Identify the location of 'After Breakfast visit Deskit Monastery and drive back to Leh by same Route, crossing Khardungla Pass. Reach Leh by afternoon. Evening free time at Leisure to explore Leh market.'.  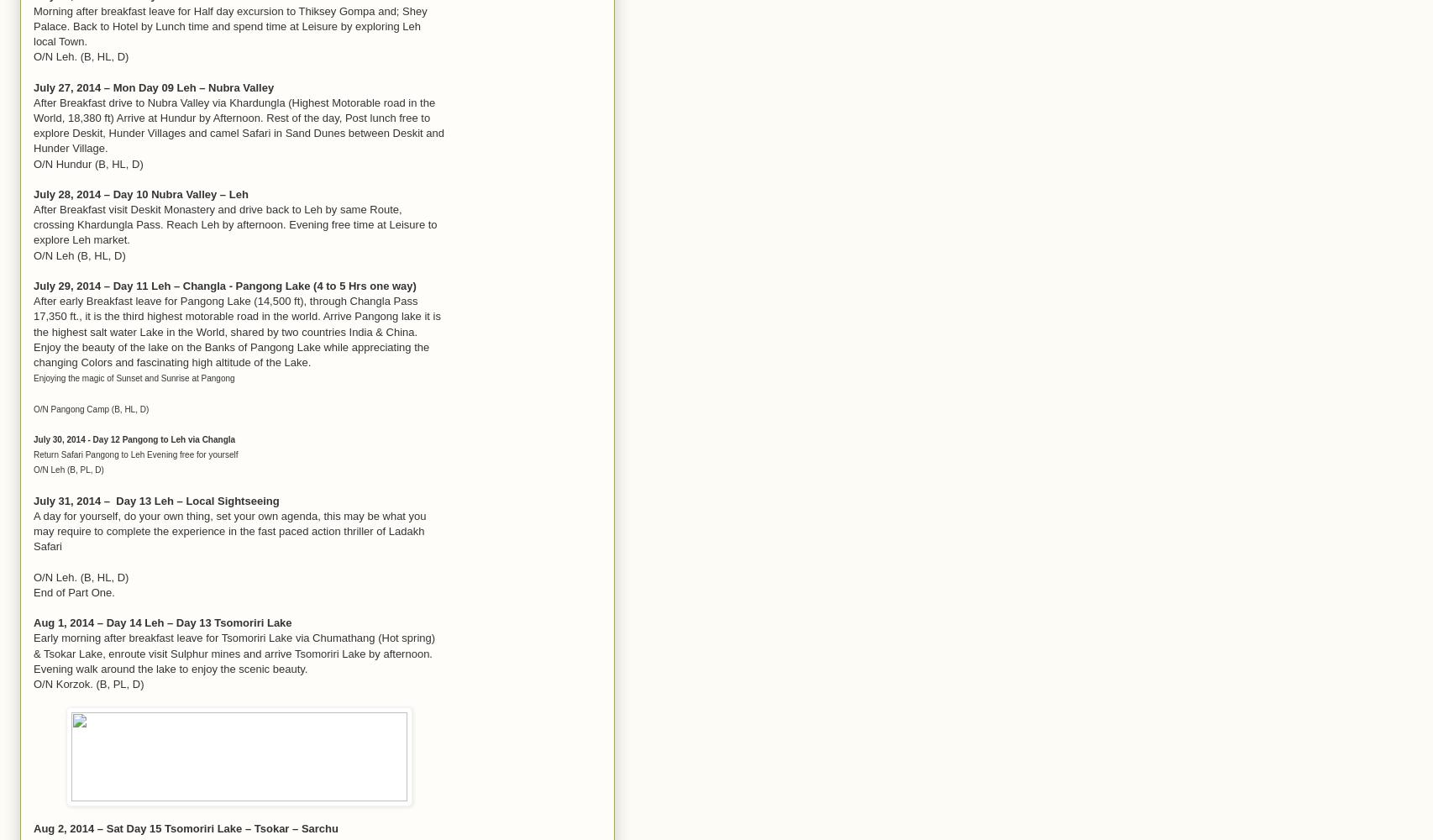
(234, 224).